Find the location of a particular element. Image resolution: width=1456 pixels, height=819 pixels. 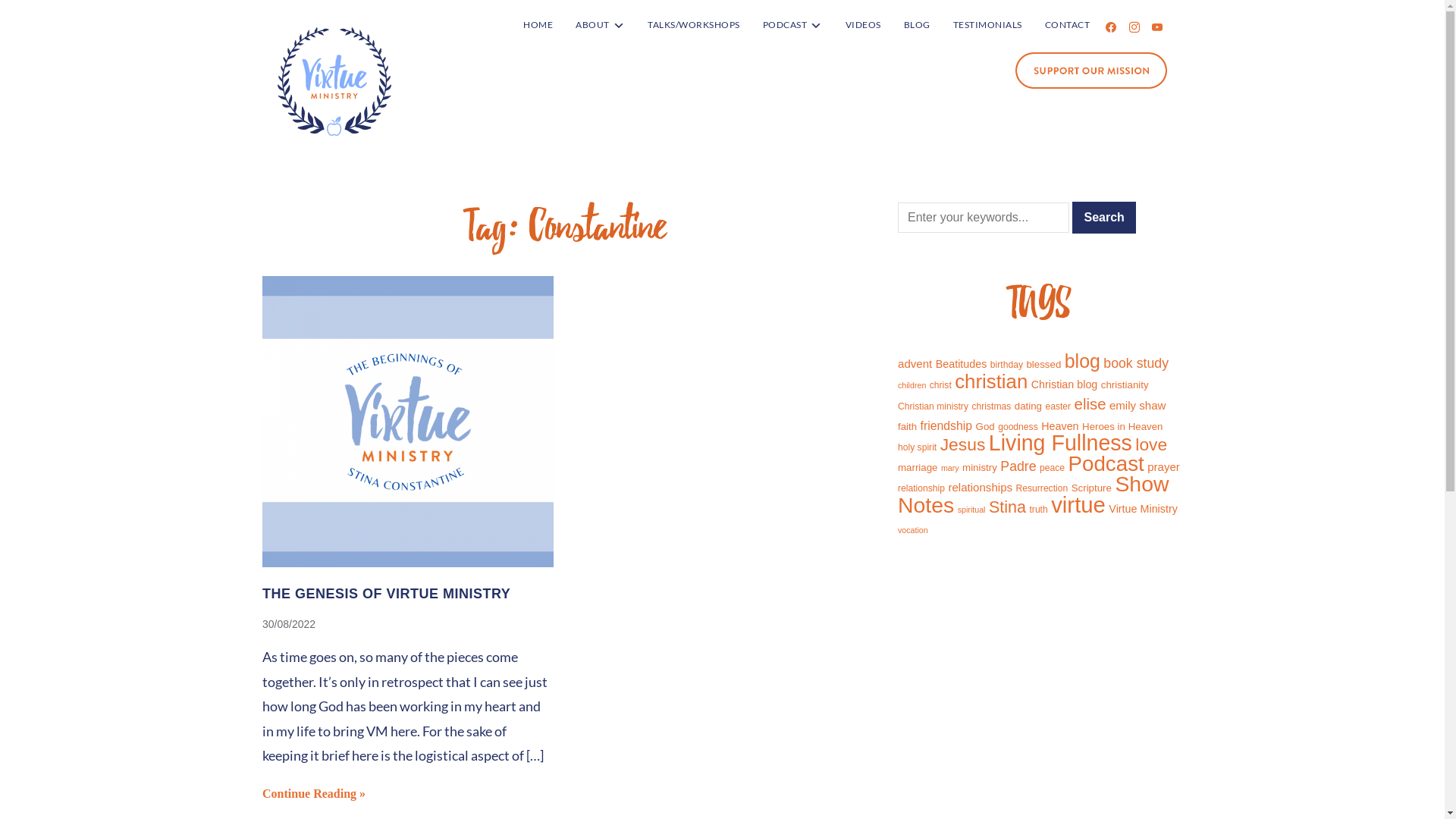

'VIDEOS' is located at coordinates (862, 25).